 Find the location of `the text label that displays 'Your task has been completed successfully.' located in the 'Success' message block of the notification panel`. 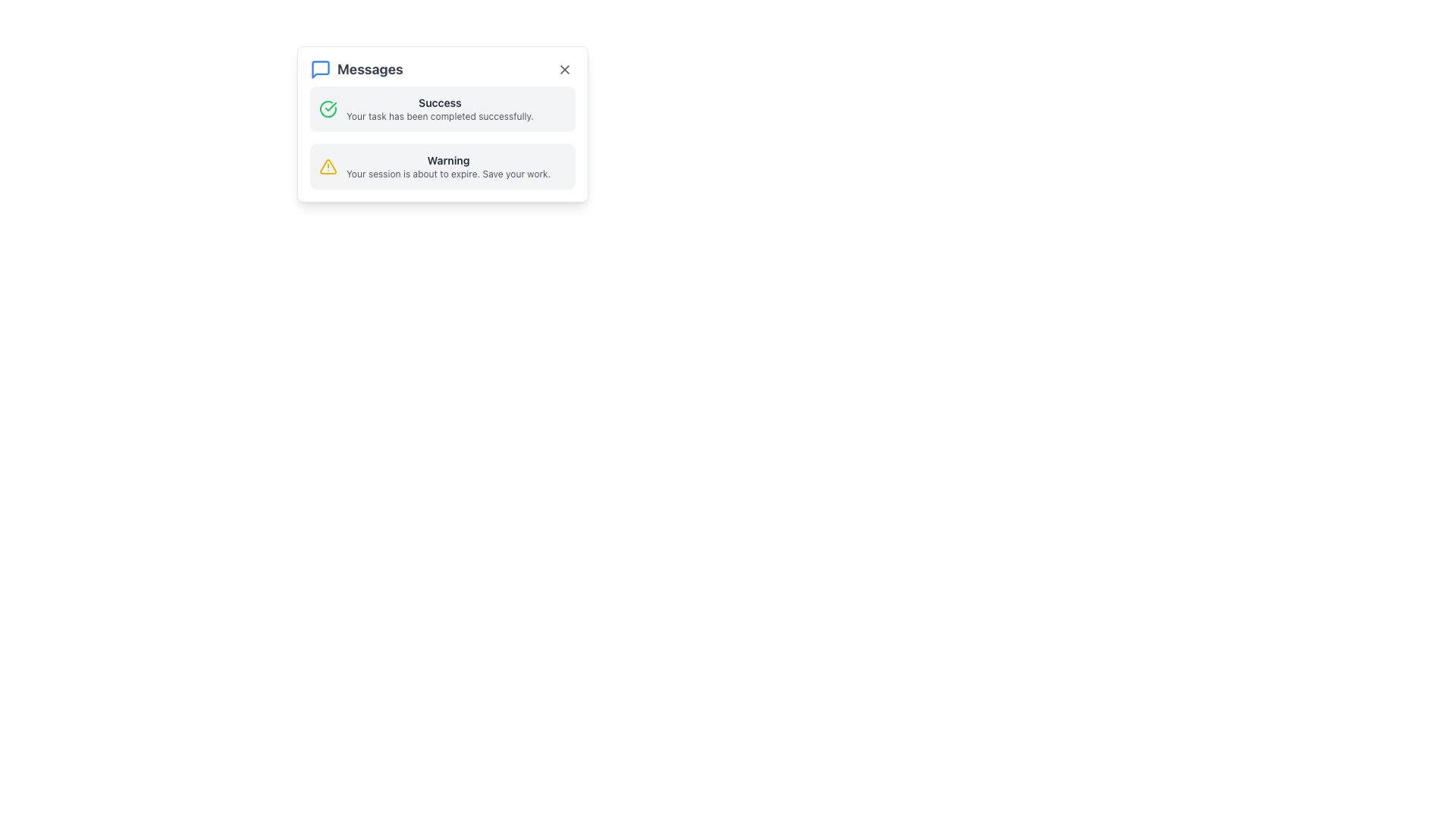

the text label that displays 'Your task has been completed successfully.' located in the 'Success' message block of the notification panel is located at coordinates (439, 116).